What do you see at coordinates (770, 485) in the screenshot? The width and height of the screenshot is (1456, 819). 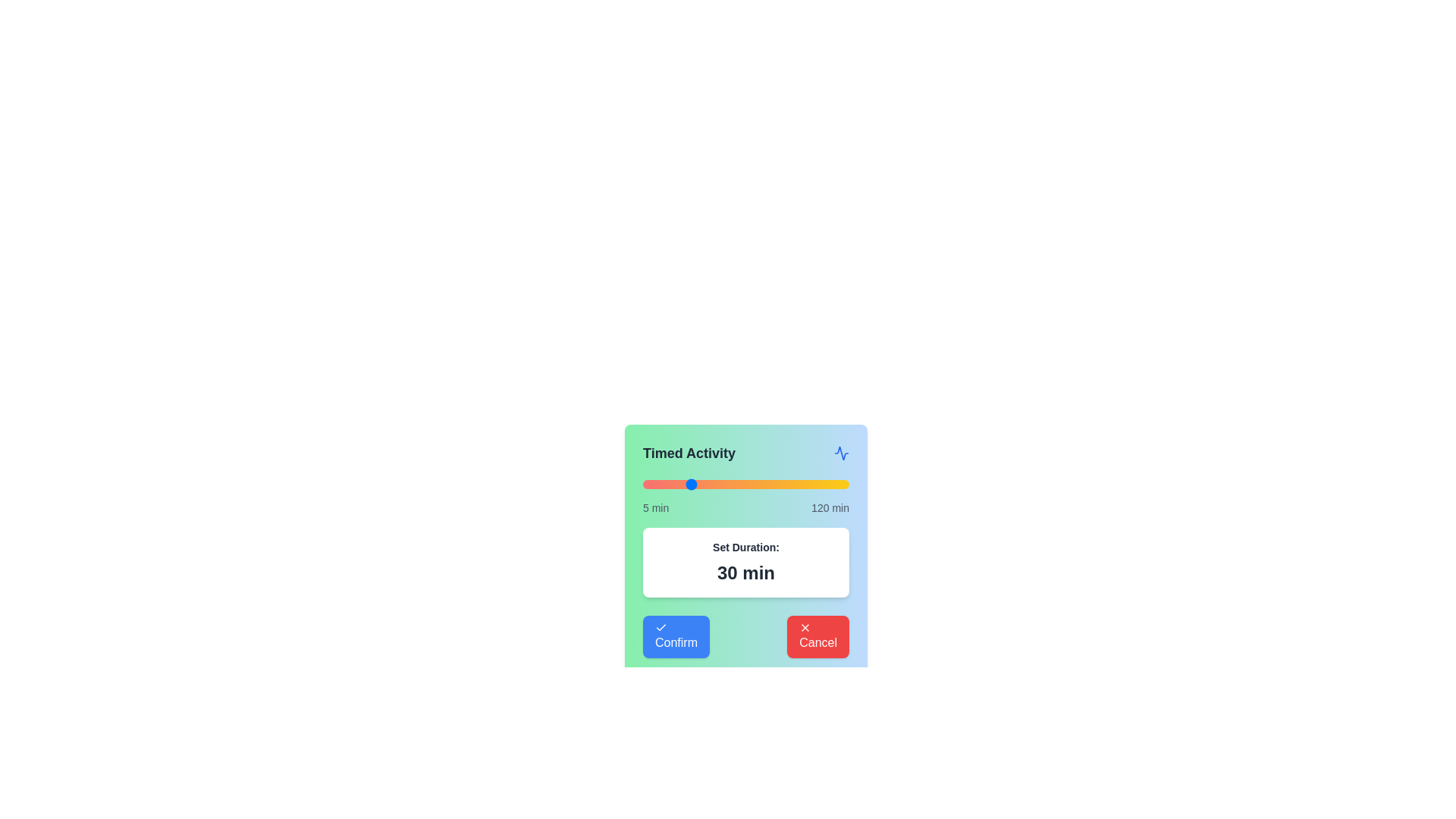 I see `the slider to set the activity duration to 76 minutes` at bounding box center [770, 485].